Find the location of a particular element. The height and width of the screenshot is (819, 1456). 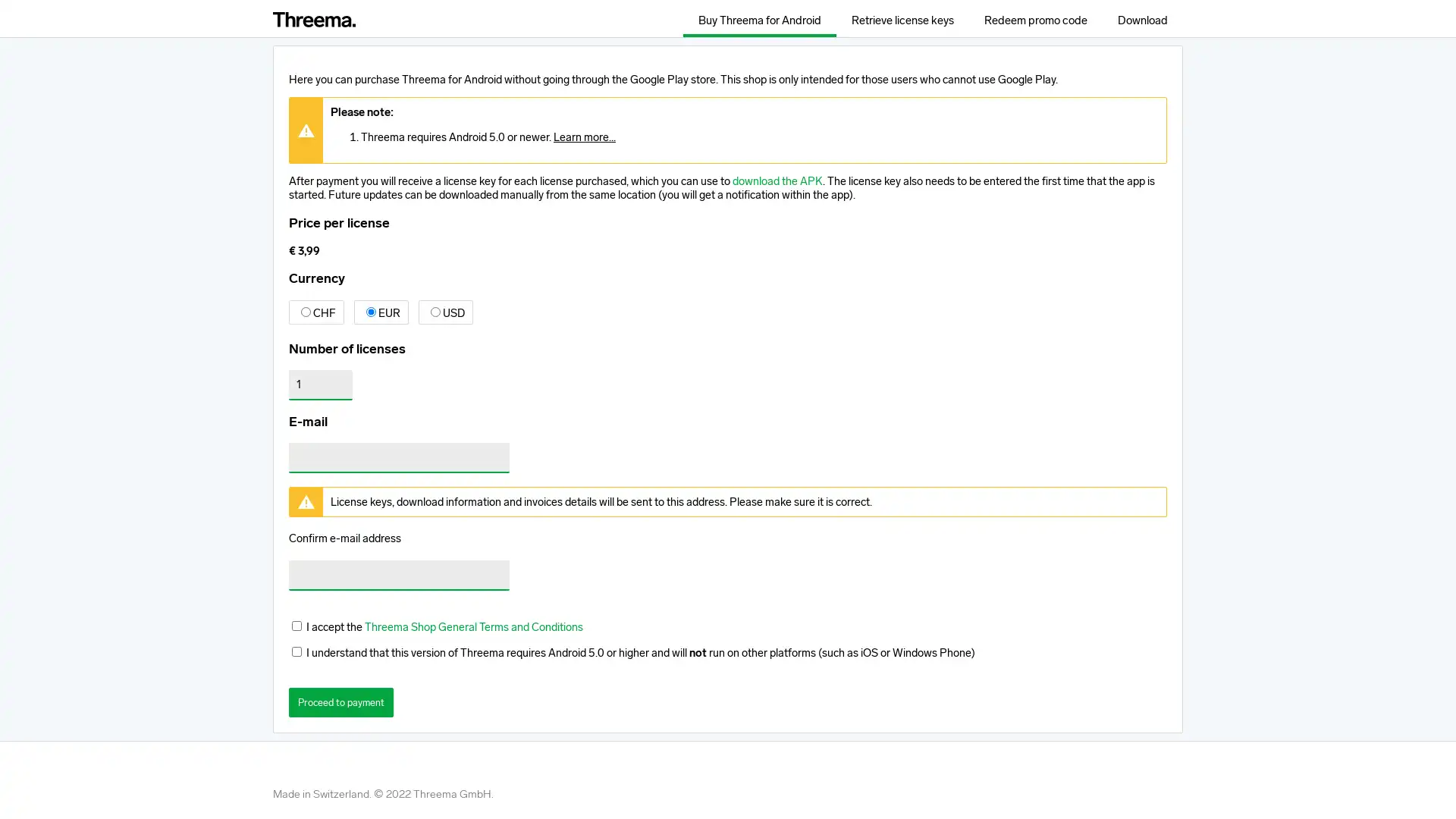

Proceed to payment is located at coordinates (340, 701).